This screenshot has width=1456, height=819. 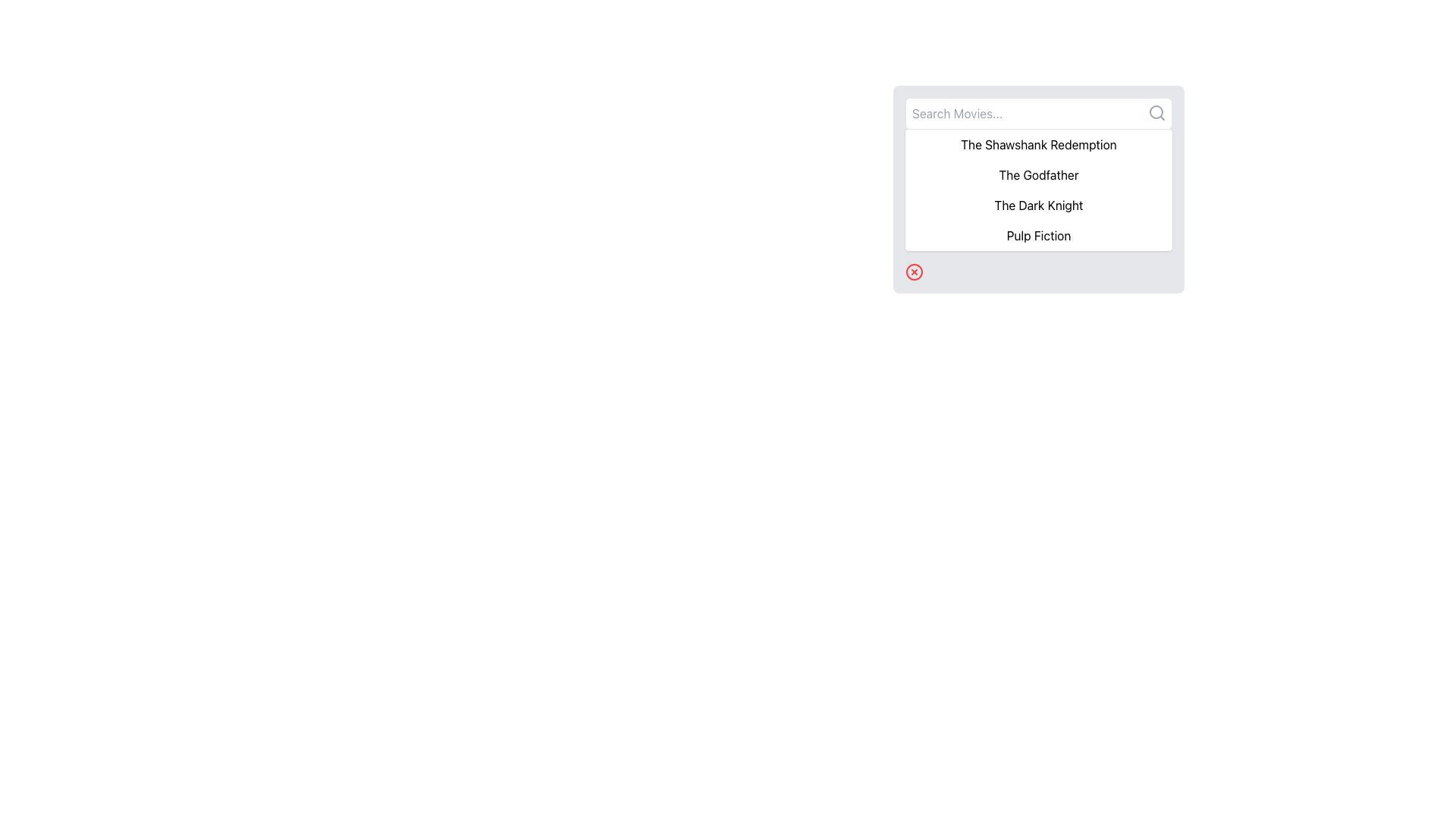 I want to click on the circular component of the magnifier glass in the search icon located at the top-right corner of the search interface, so click(x=1156, y=111).